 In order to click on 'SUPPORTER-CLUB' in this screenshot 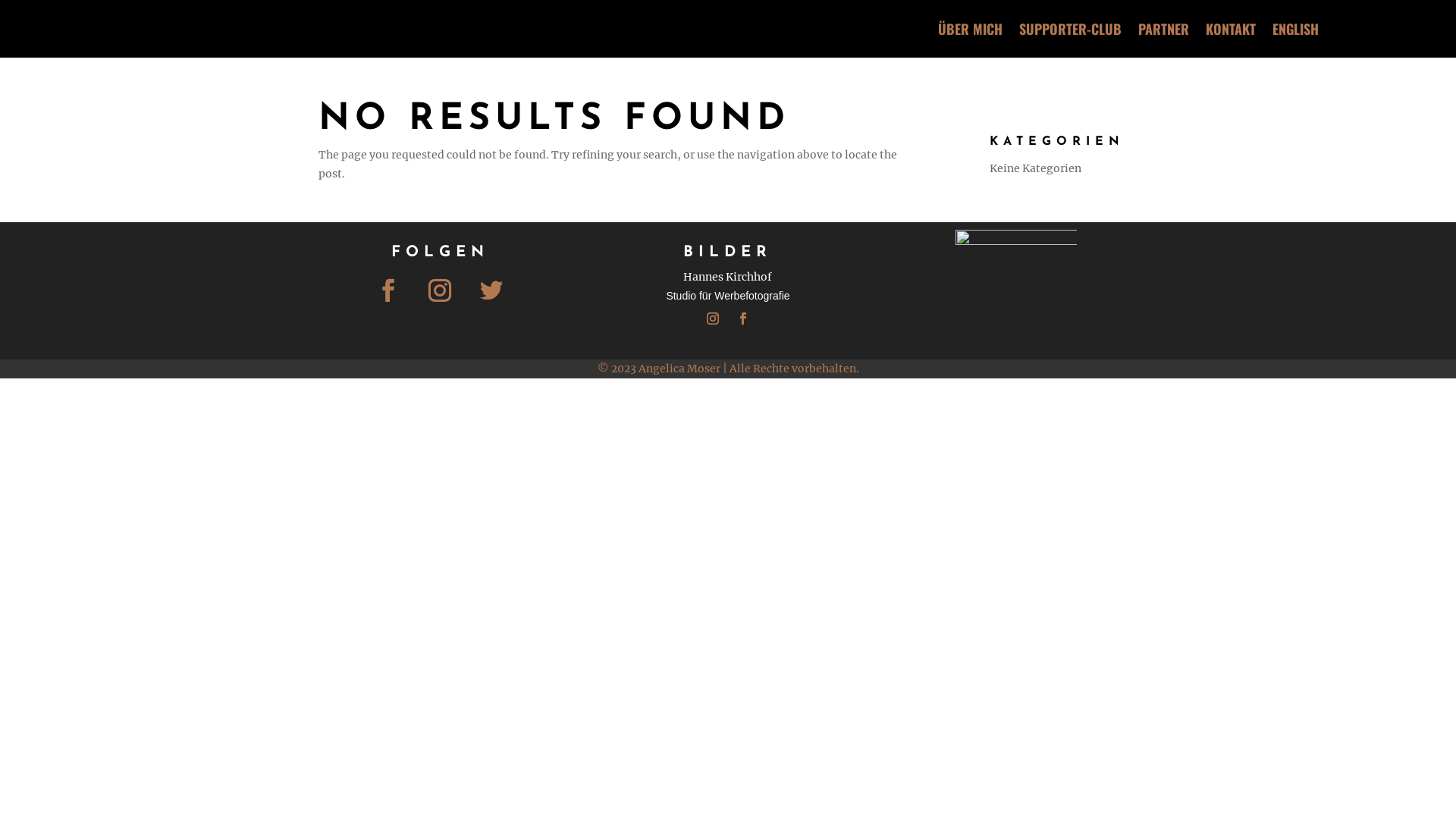, I will do `click(1069, 29)`.